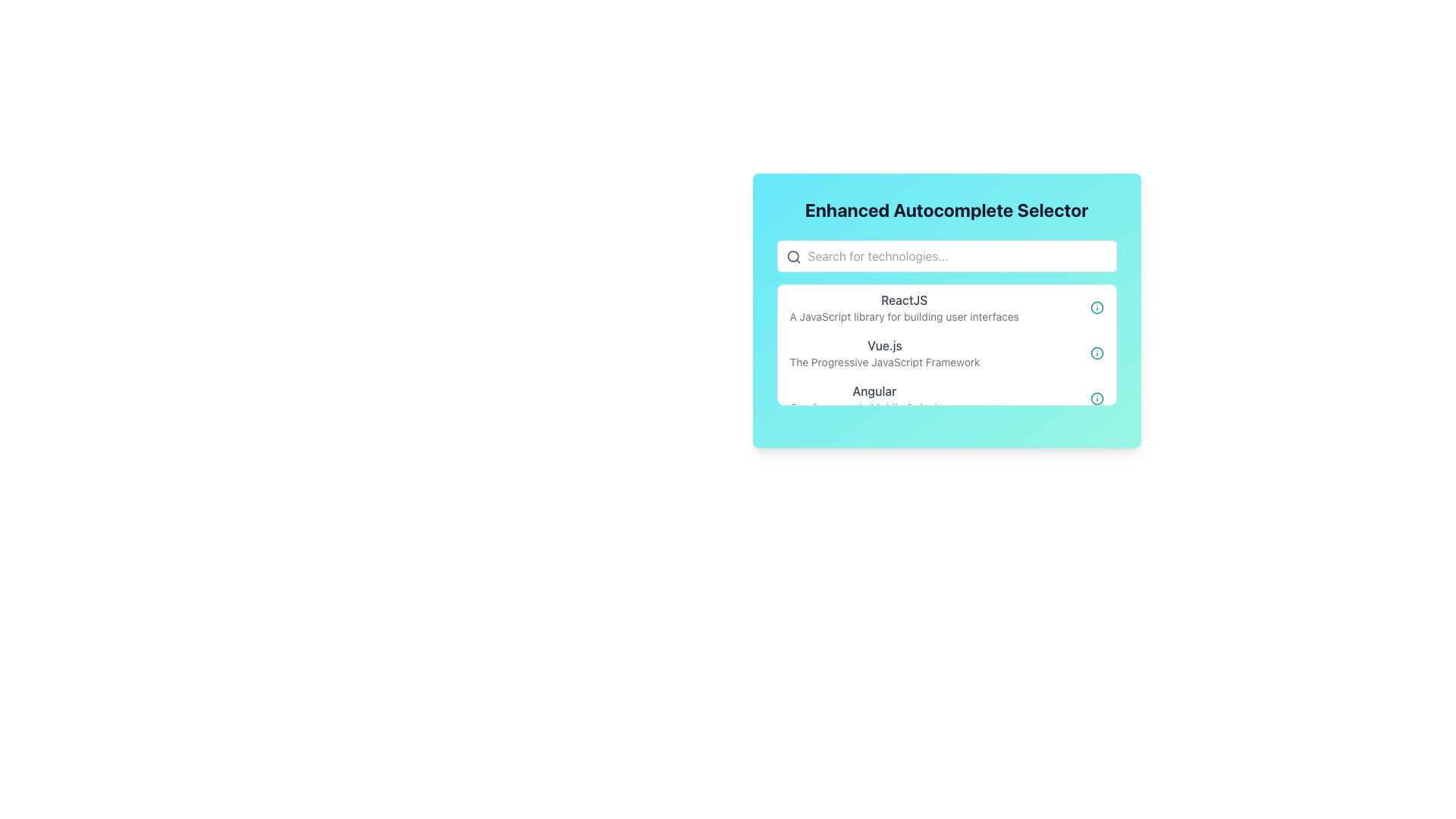  Describe the element at coordinates (874, 397) in the screenshot. I see `the text element that displays 'Angular' in bold dark gray font, which is the third entry in a vertically stacked list of items` at that location.